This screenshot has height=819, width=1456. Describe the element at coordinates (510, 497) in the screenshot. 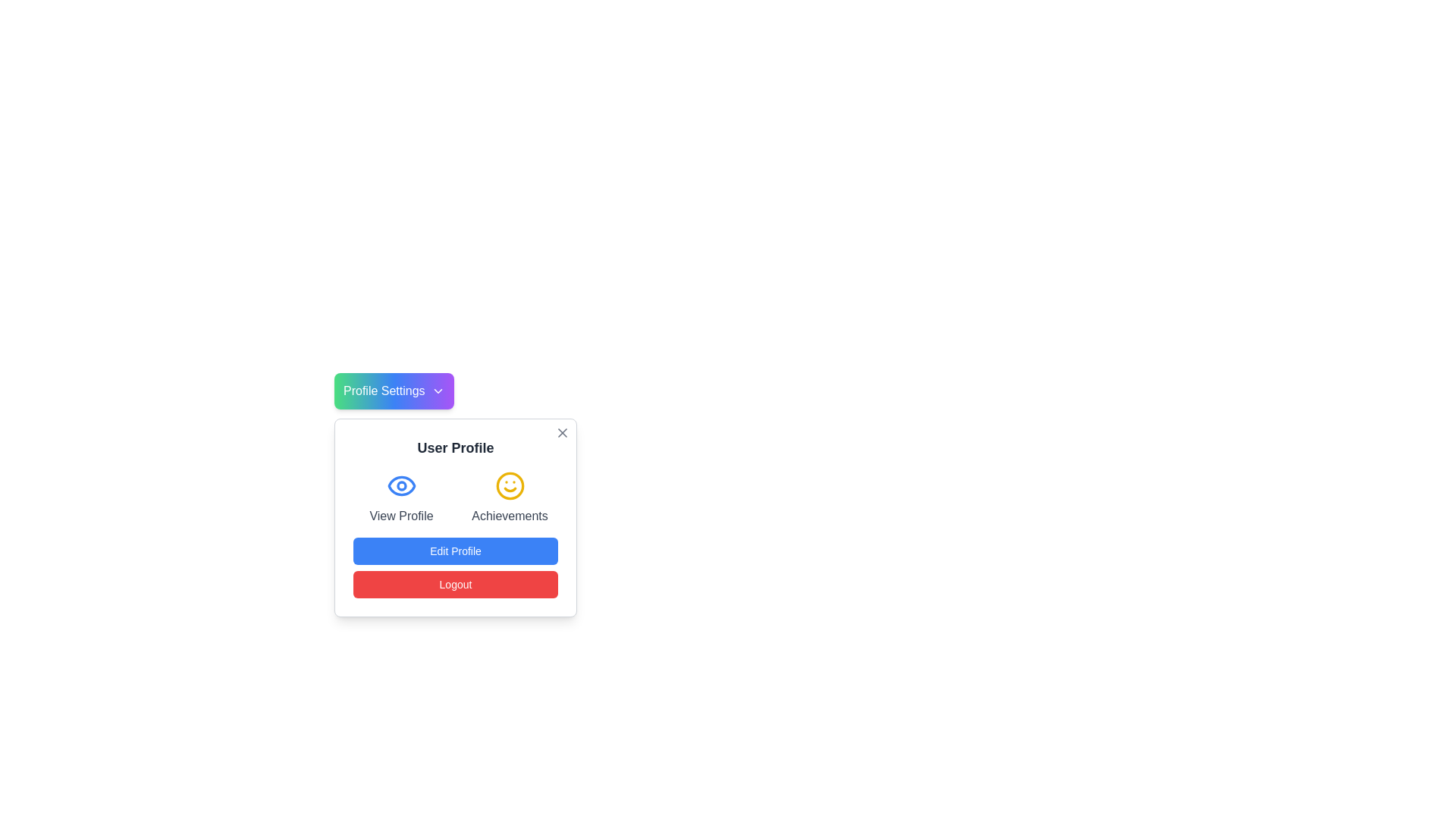

I see `the achievements button located in the user profile section, positioned to the right of the 'View Profile' button` at that location.